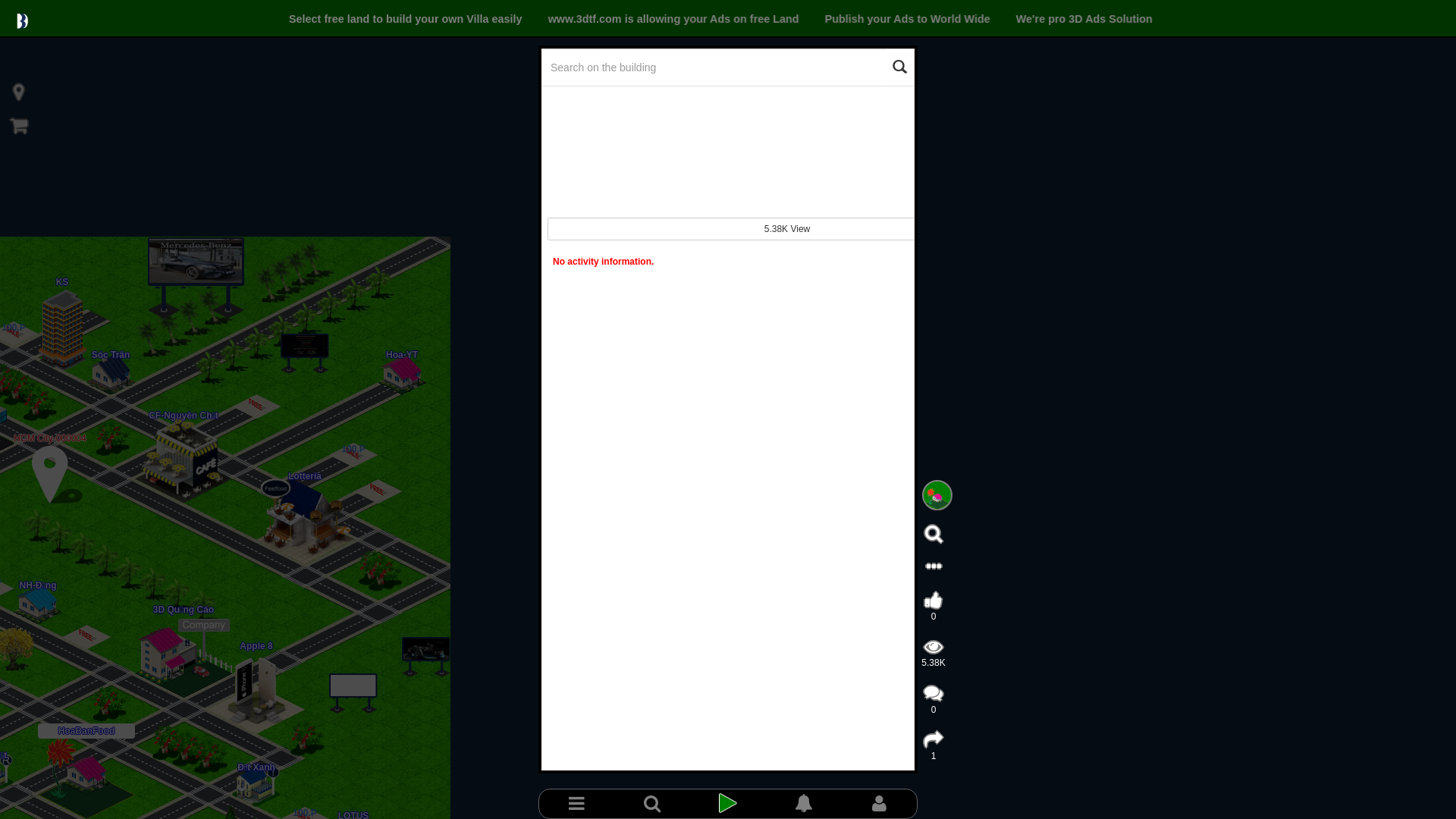  I want to click on 'Hoa-YT', so click(401, 354).